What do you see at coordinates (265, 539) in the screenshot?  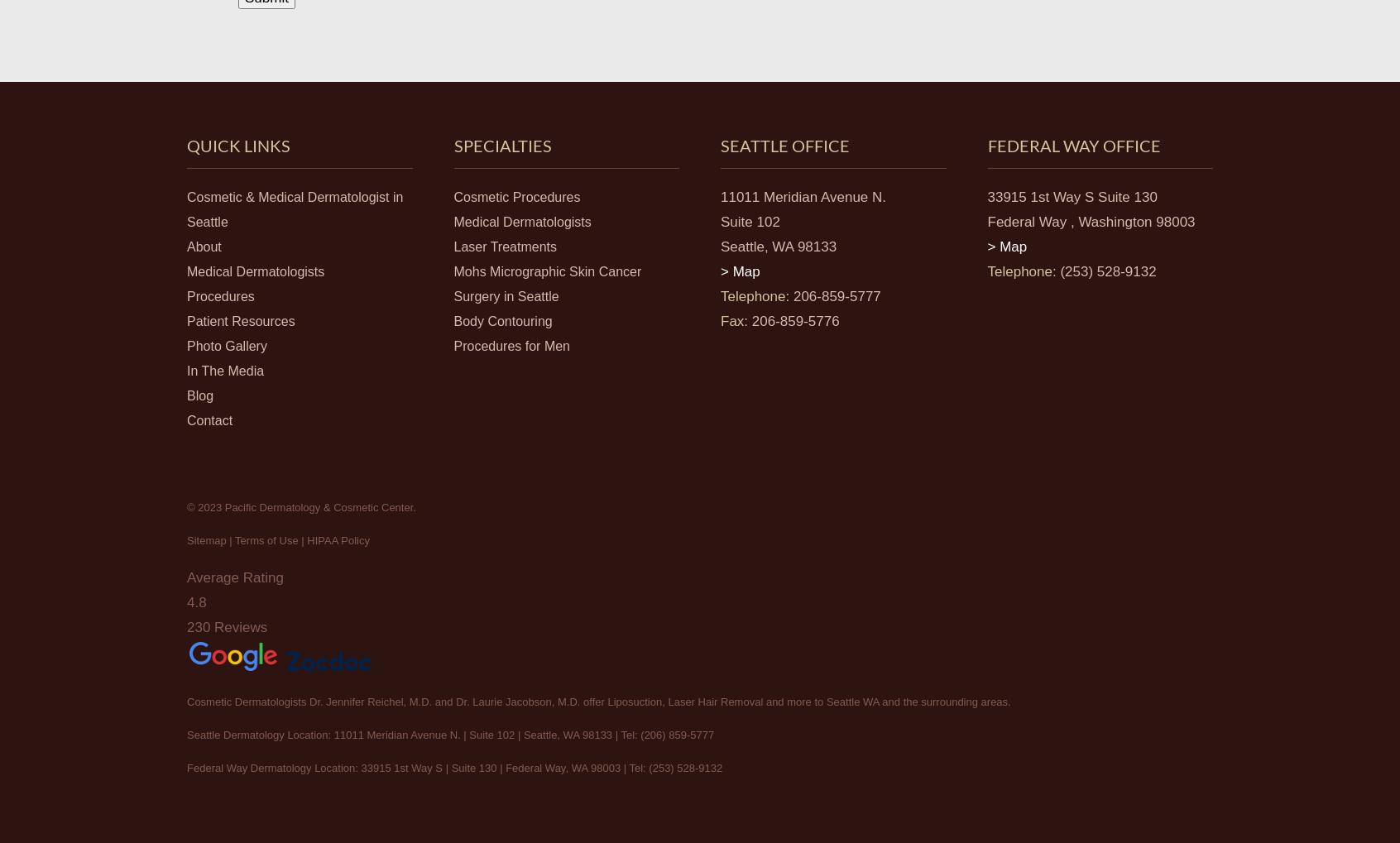 I see `'Terms of Use'` at bounding box center [265, 539].